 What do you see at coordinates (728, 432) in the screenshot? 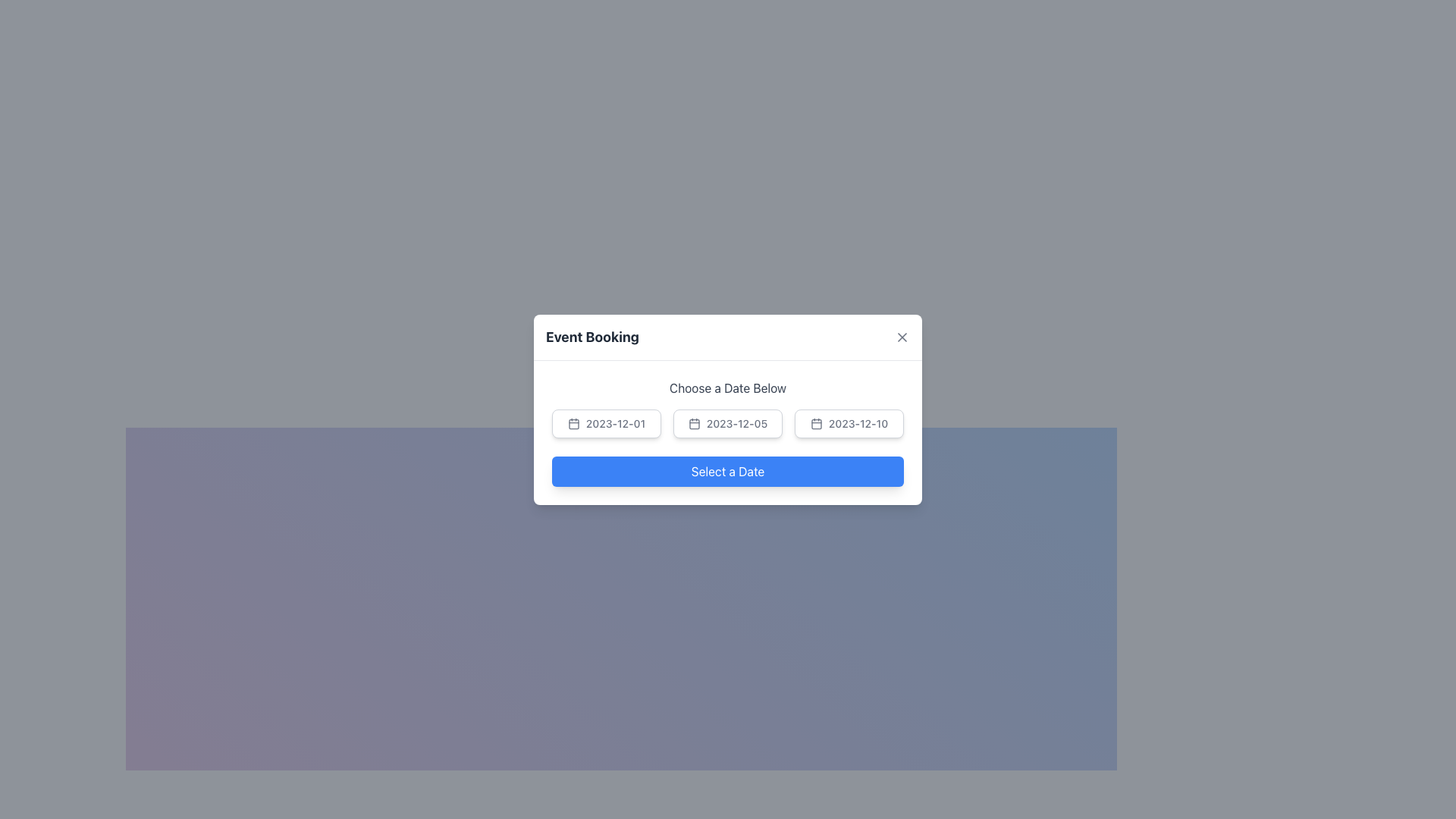
I see `the button with the text '2023-12-05' and a calendar icon` at bounding box center [728, 432].